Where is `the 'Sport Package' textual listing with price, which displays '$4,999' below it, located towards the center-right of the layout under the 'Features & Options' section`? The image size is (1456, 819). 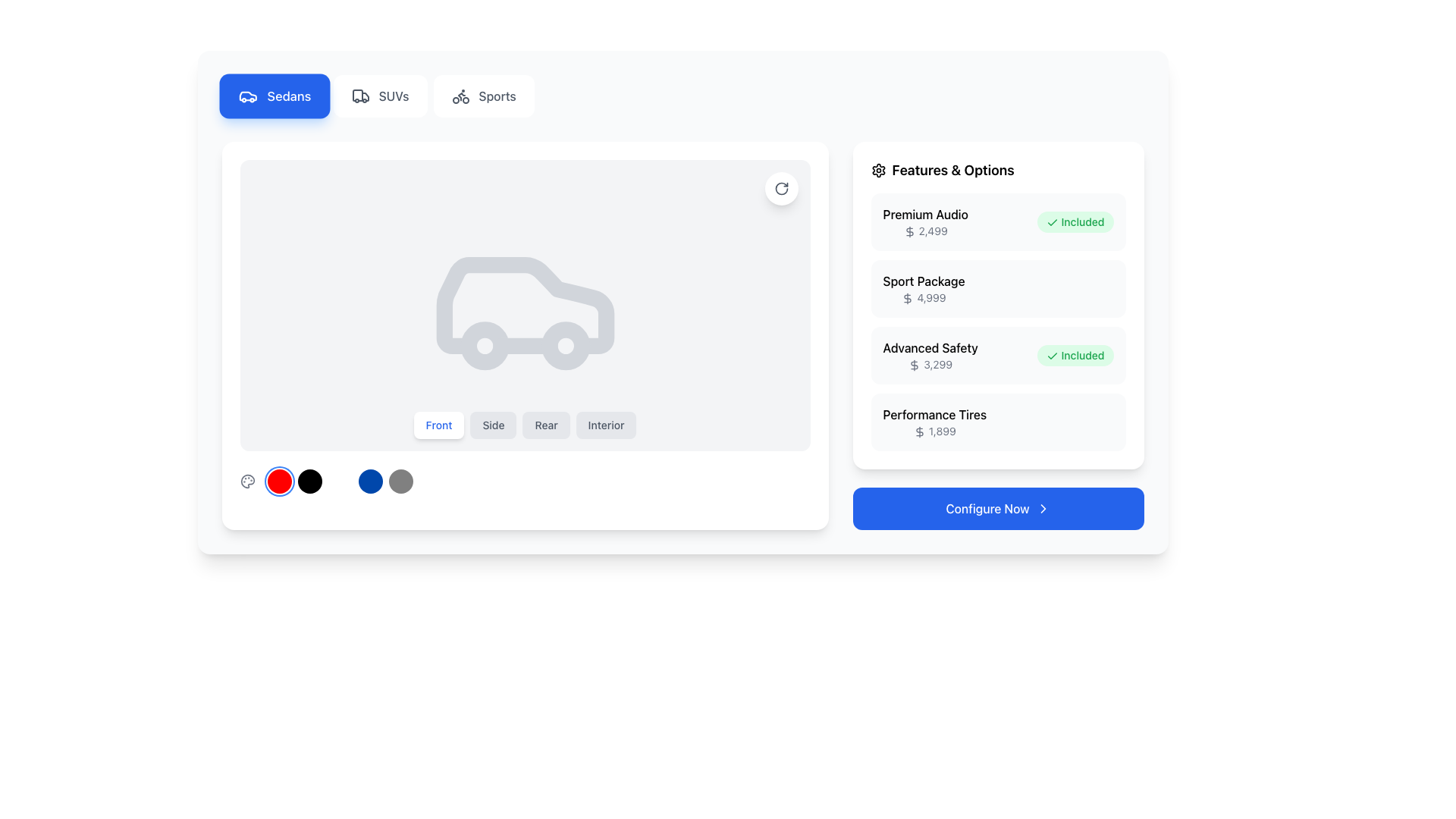
the 'Sport Package' textual listing with price, which displays '$4,999' below it, located towards the center-right of the layout under the 'Features & Options' section is located at coordinates (923, 289).